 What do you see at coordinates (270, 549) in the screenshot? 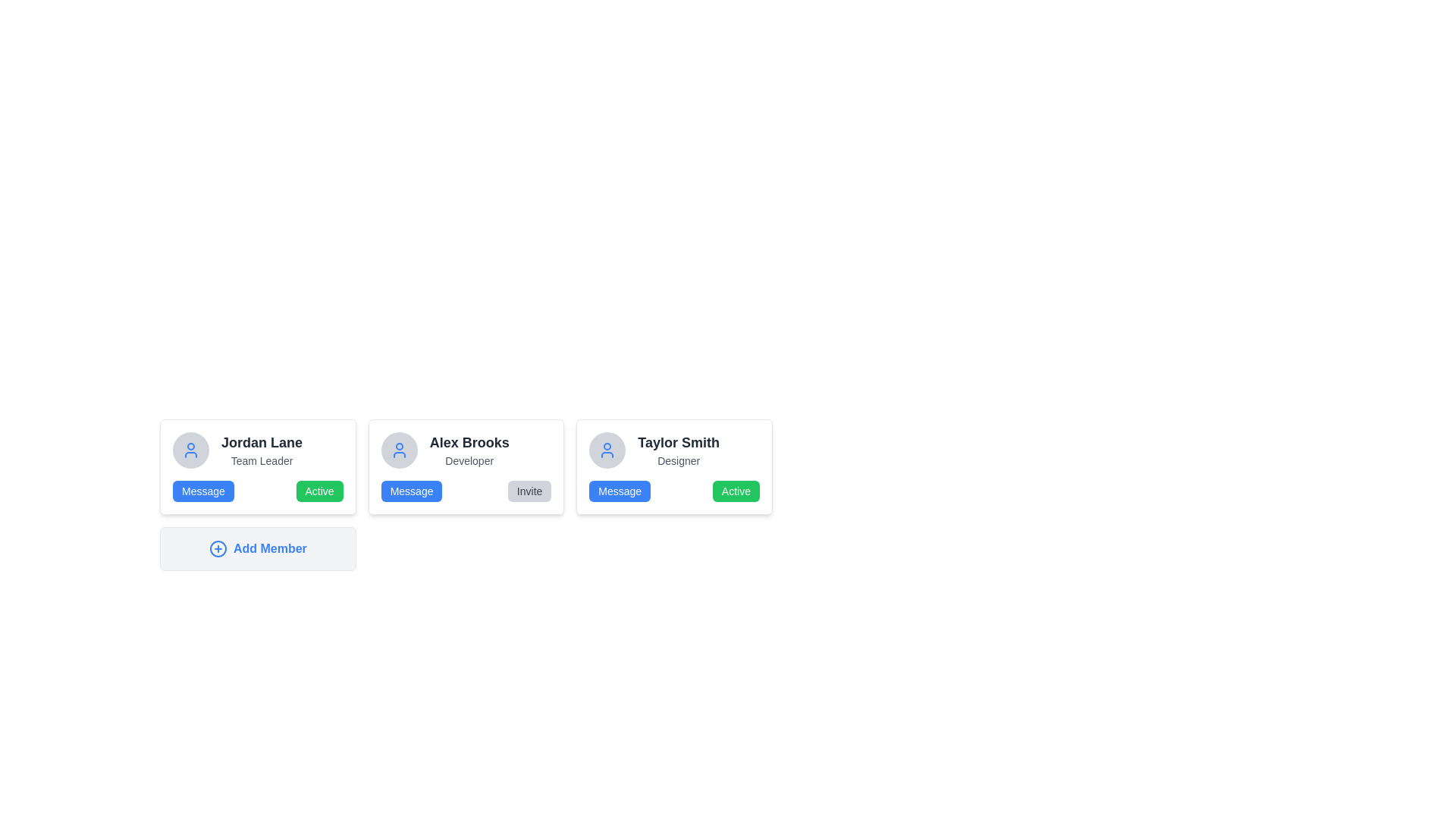
I see `text label 'Add Member' which is displayed in bold blue font and is located within a rounded rectangular box, positioned beneath the user card elements` at bounding box center [270, 549].